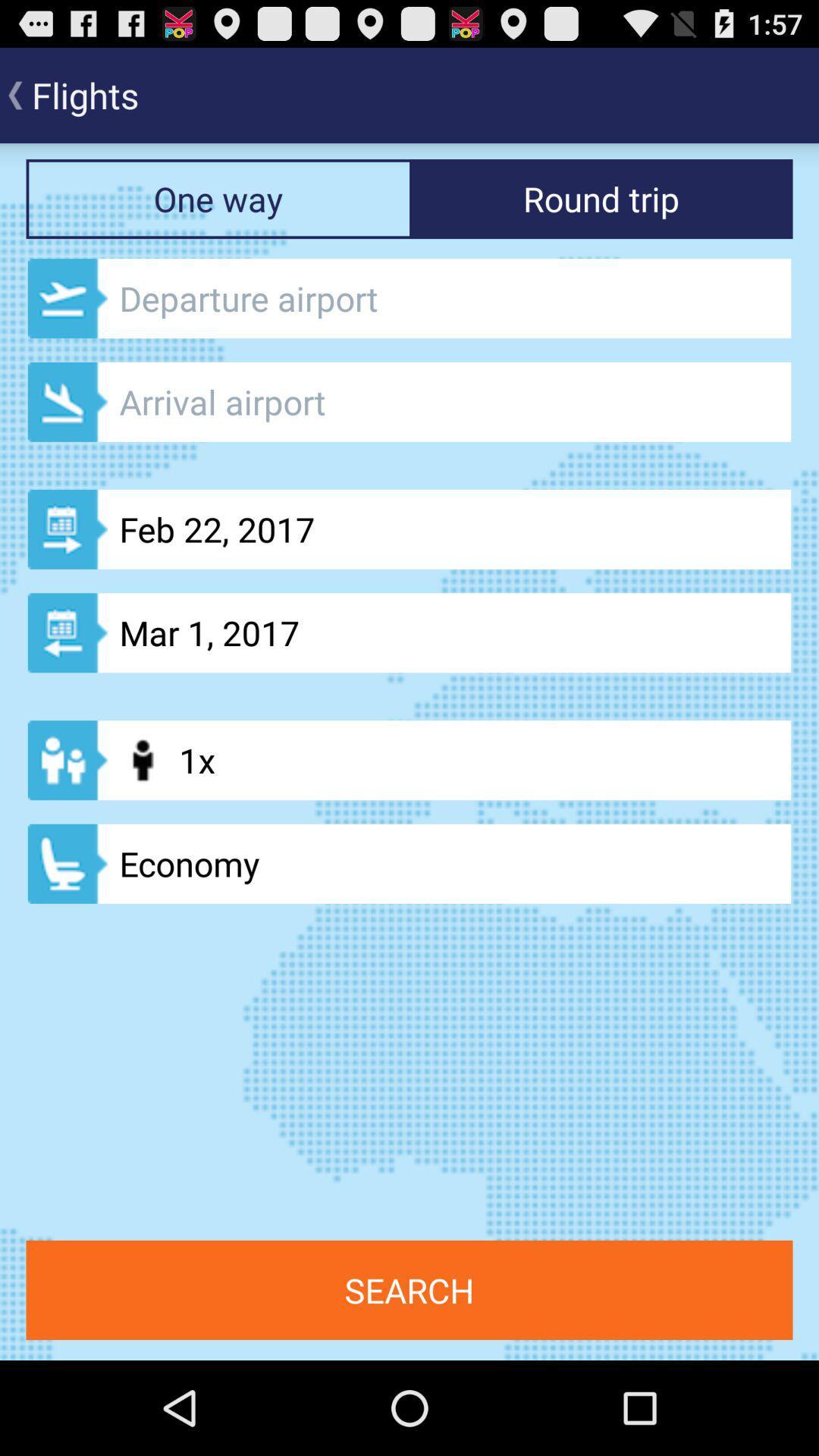 The image size is (819, 1456). Describe the element at coordinates (409, 298) in the screenshot. I see `textbox to enter depature airport` at that location.